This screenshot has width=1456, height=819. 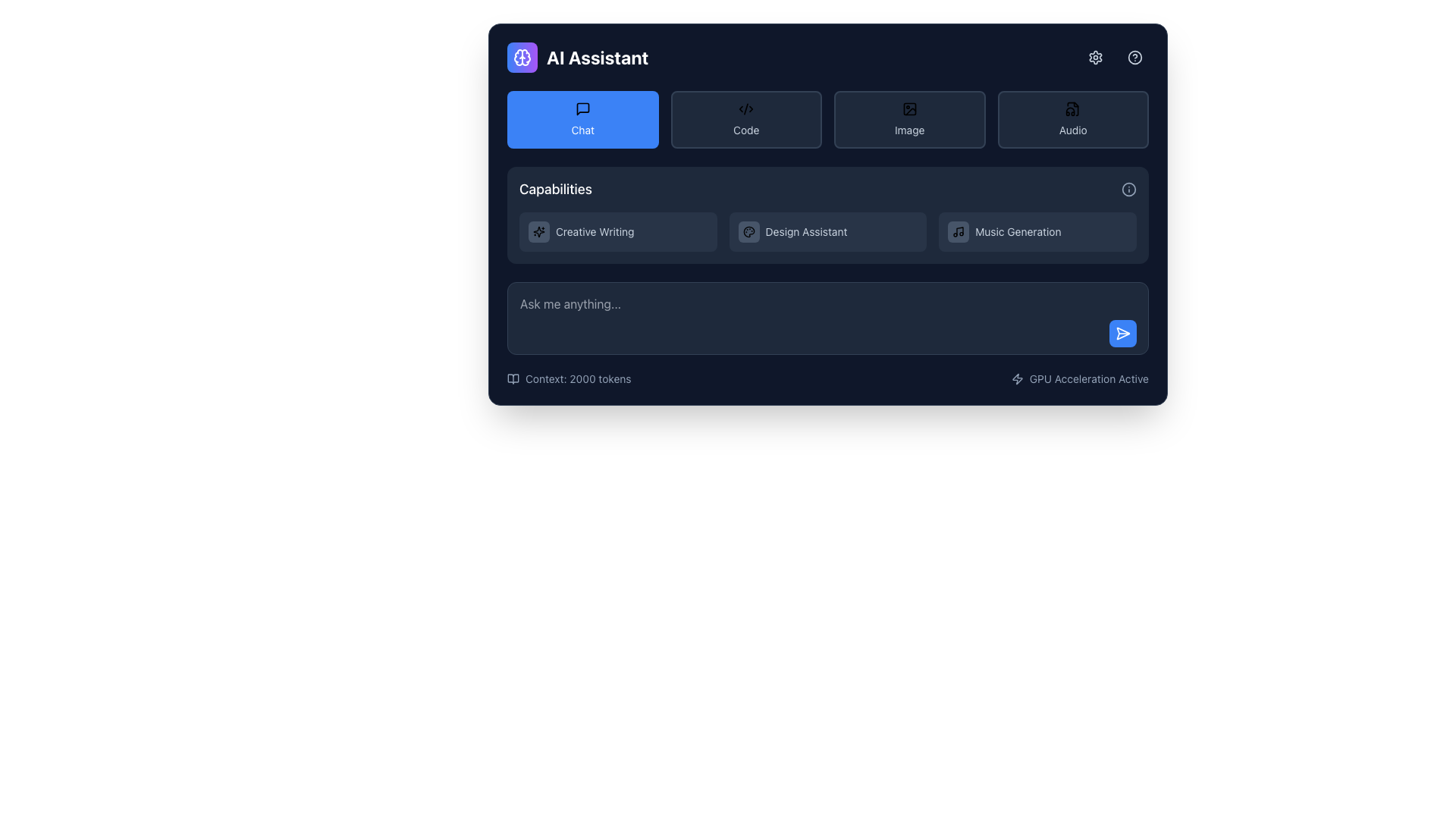 What do you see at coordinates (748, 231) in the screenshot?
I see `the 'Design Assistant' button located in the top middle section of the interface under the 'Capabilities' header` at bounding box center [748, 231].